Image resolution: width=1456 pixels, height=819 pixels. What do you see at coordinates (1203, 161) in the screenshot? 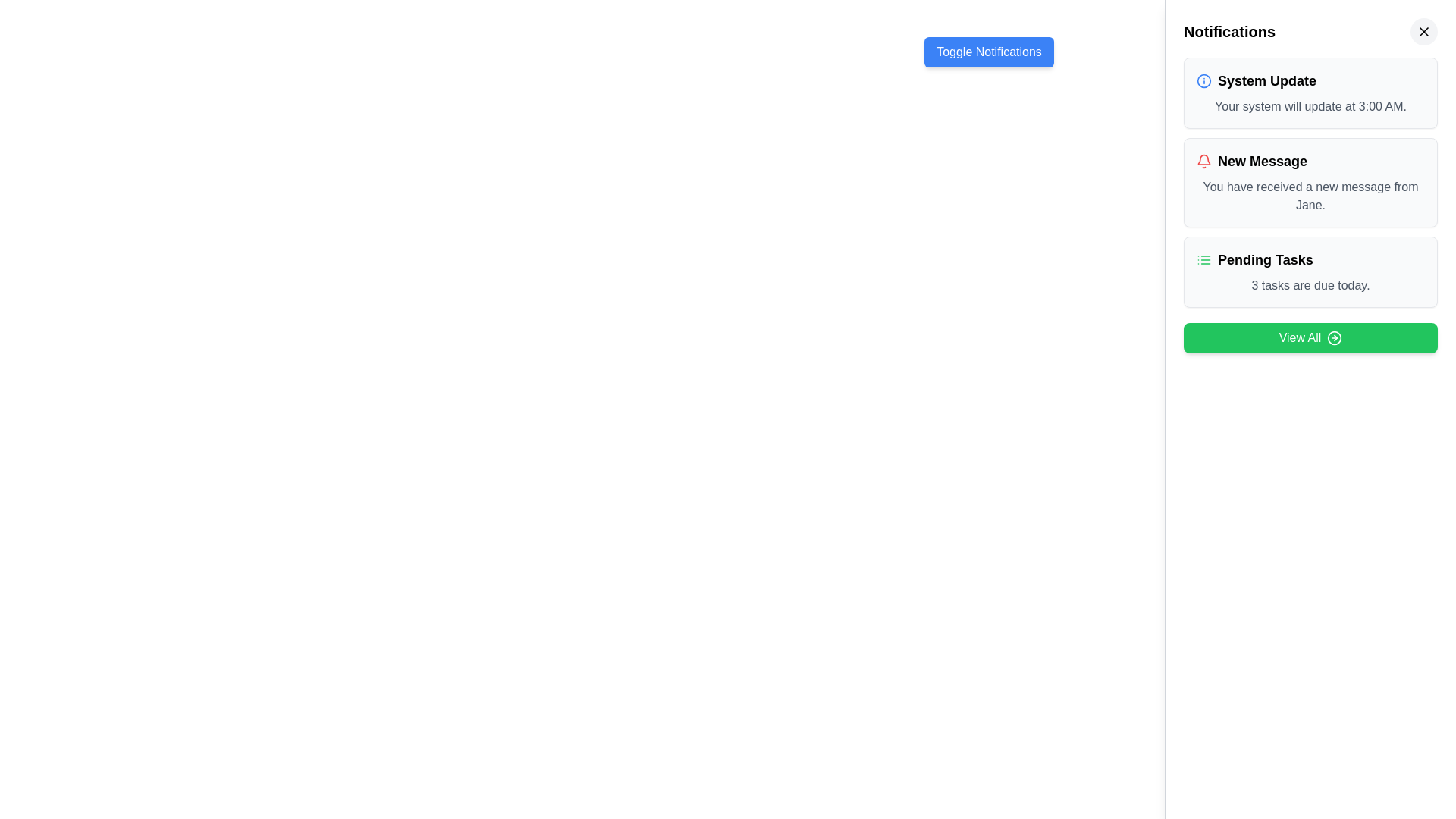
I see `the red bell icon representing notifications located in the 'New Message' card, which is the first element to the left of the title text` at bounding box center [1203, 161].